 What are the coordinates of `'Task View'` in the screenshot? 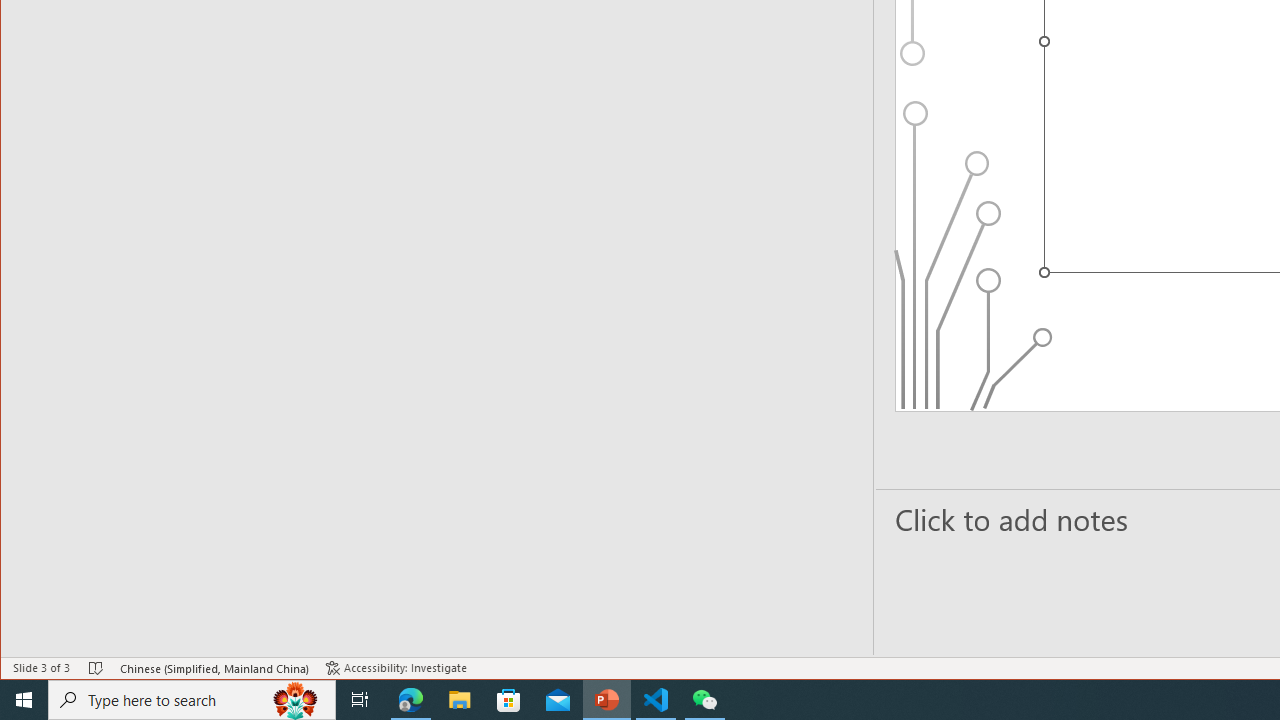 It's located at (359, 698).